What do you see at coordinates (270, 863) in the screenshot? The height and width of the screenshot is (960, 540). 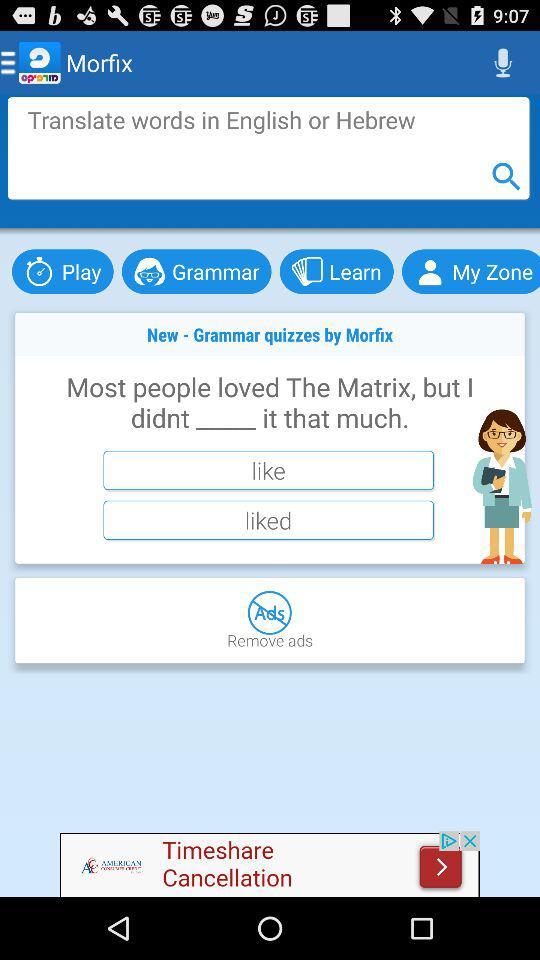 I see `advertisement link` at bounding box center [270, 863].